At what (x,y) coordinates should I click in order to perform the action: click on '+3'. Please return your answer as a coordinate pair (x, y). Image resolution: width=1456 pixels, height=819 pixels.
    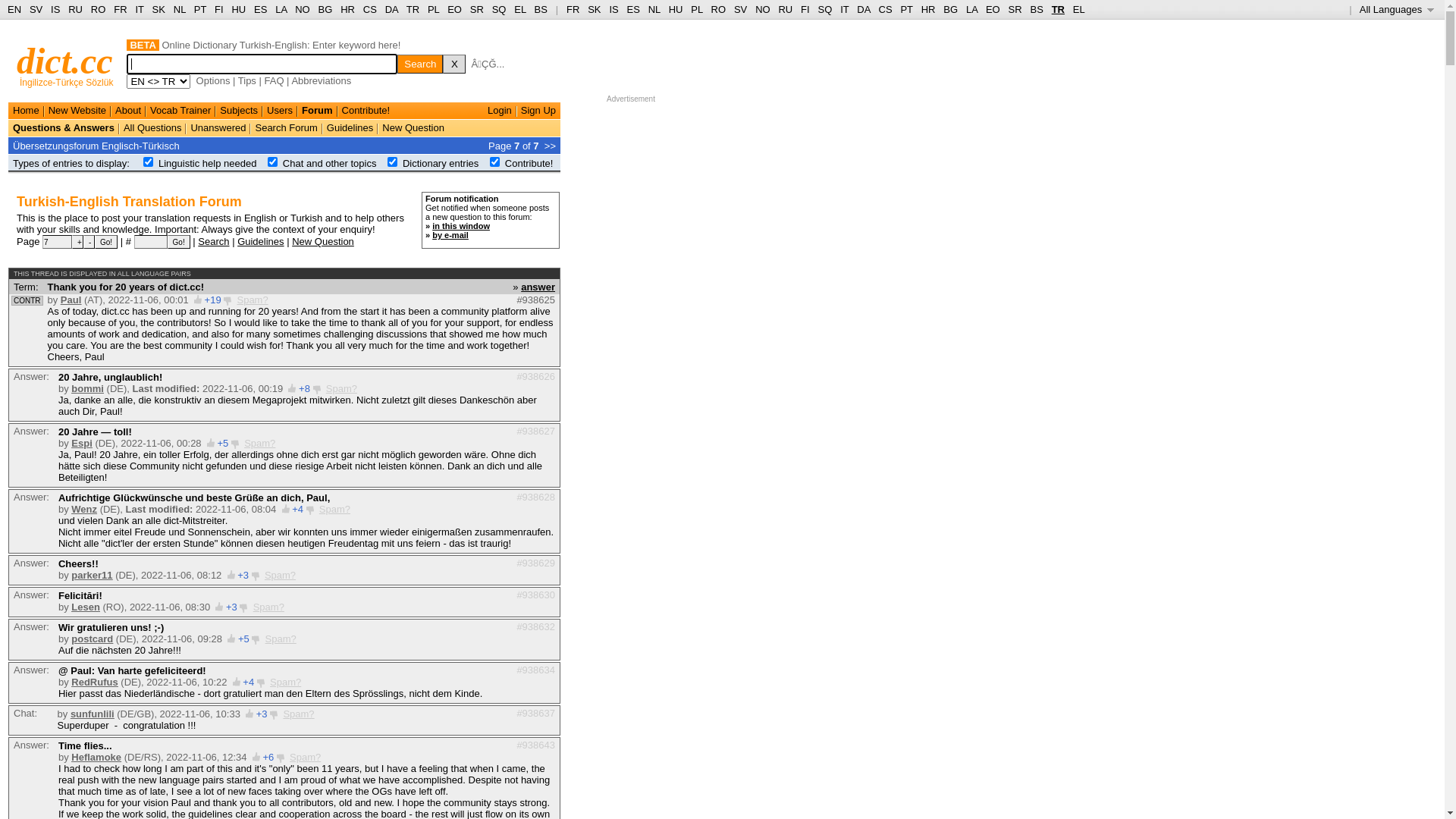
    Looking at the image, I should click on (243, 575).